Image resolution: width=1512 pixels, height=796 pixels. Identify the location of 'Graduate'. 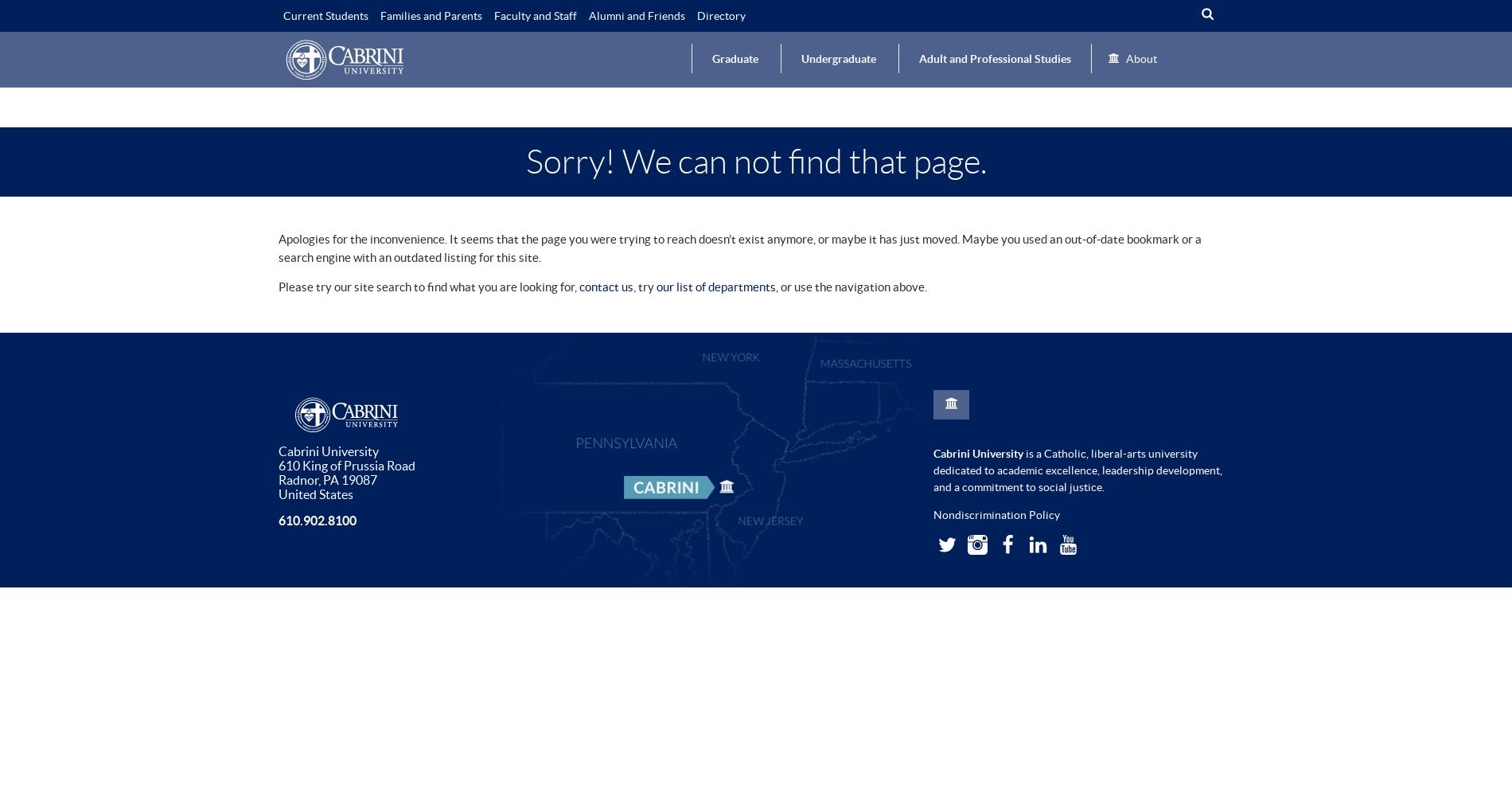
(735, 58).